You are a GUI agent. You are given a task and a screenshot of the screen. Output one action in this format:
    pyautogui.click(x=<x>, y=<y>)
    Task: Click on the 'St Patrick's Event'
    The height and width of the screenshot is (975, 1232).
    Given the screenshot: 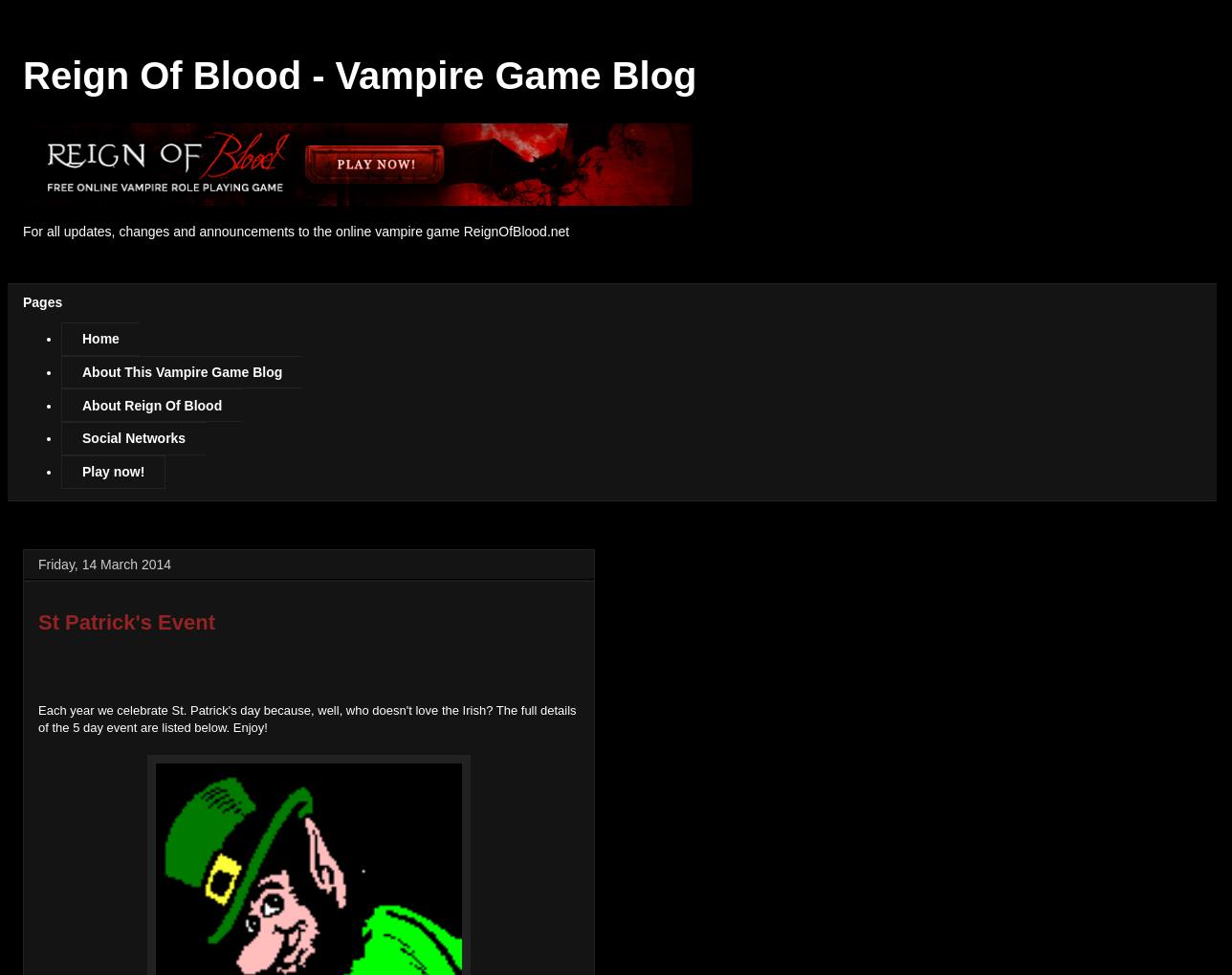 What is the action you would take?
    pyautogui.click(x=126, y=620)
    